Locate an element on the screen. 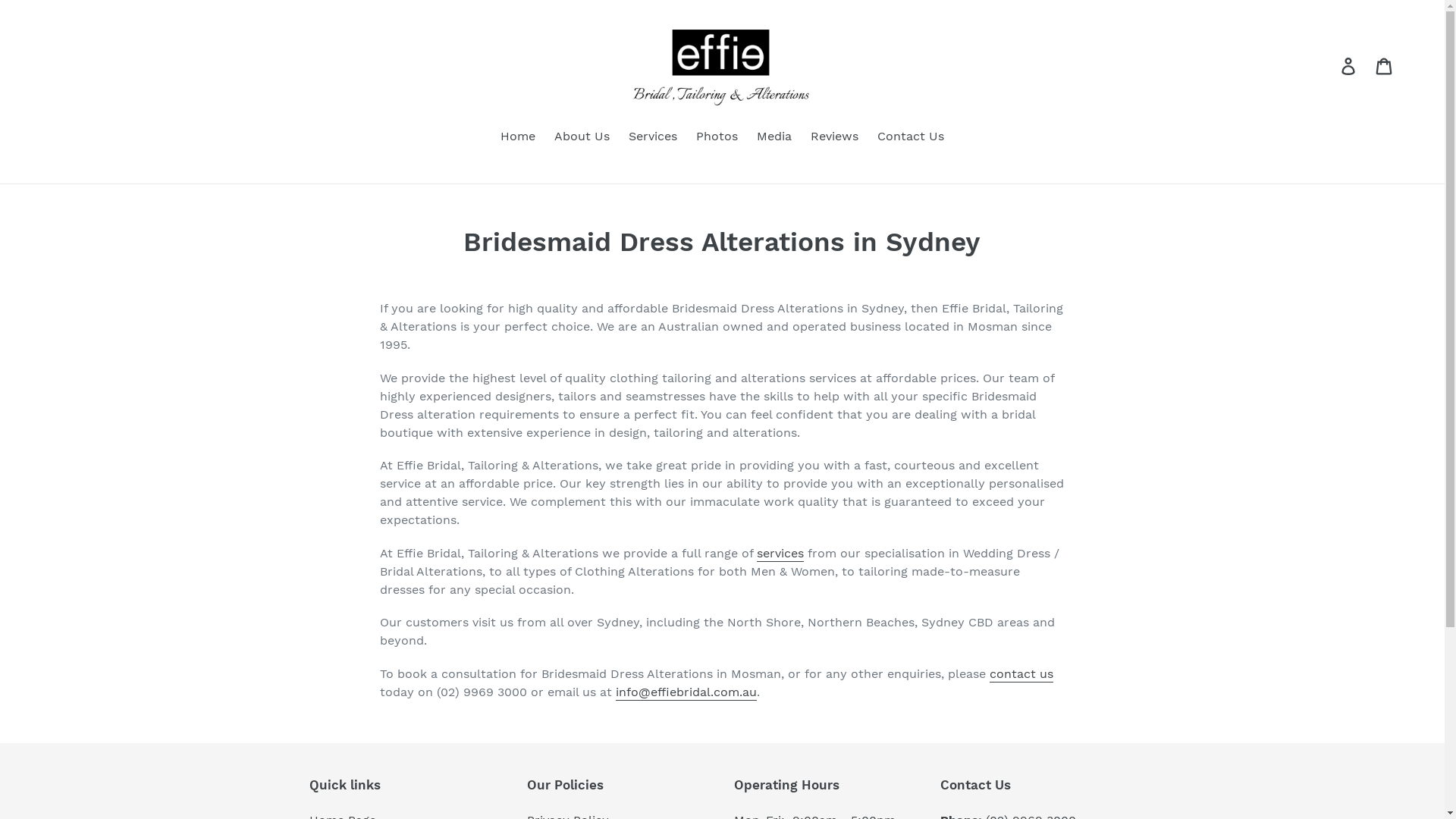 This screenshot has height=819, width=1456. 'About Us' is located at coordinates (581, 137).